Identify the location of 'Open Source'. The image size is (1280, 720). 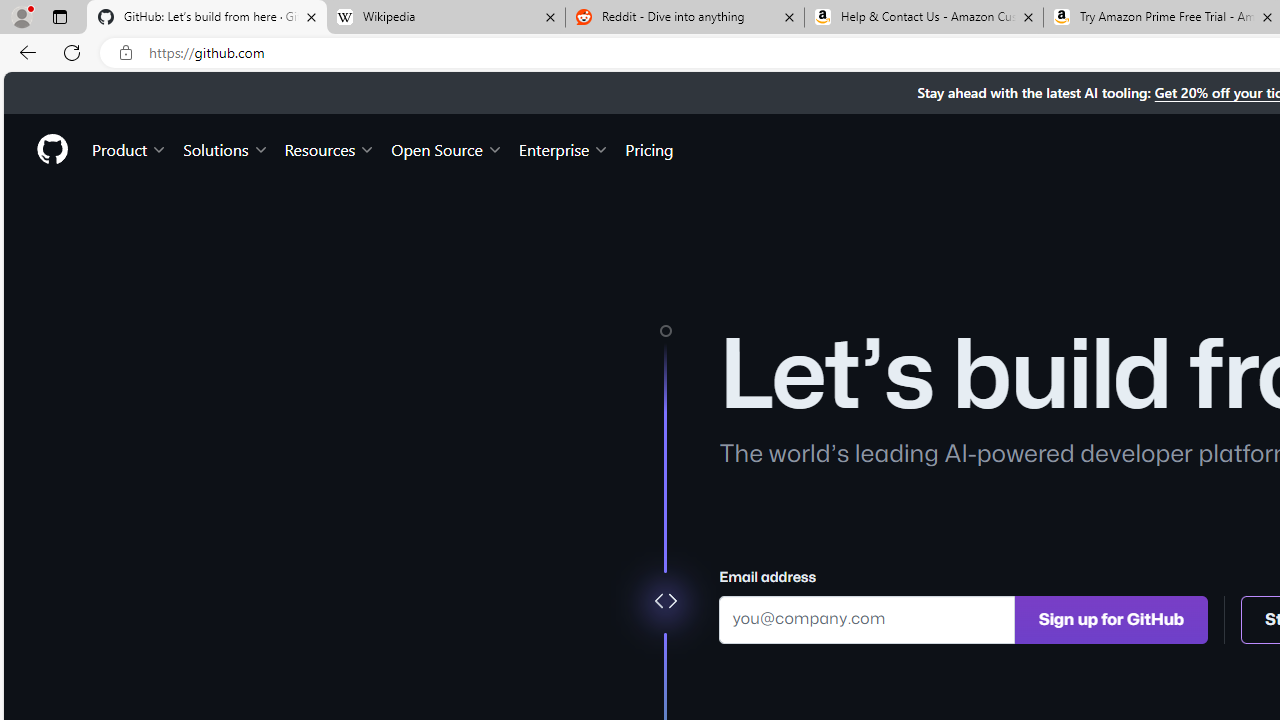
(445, 148).